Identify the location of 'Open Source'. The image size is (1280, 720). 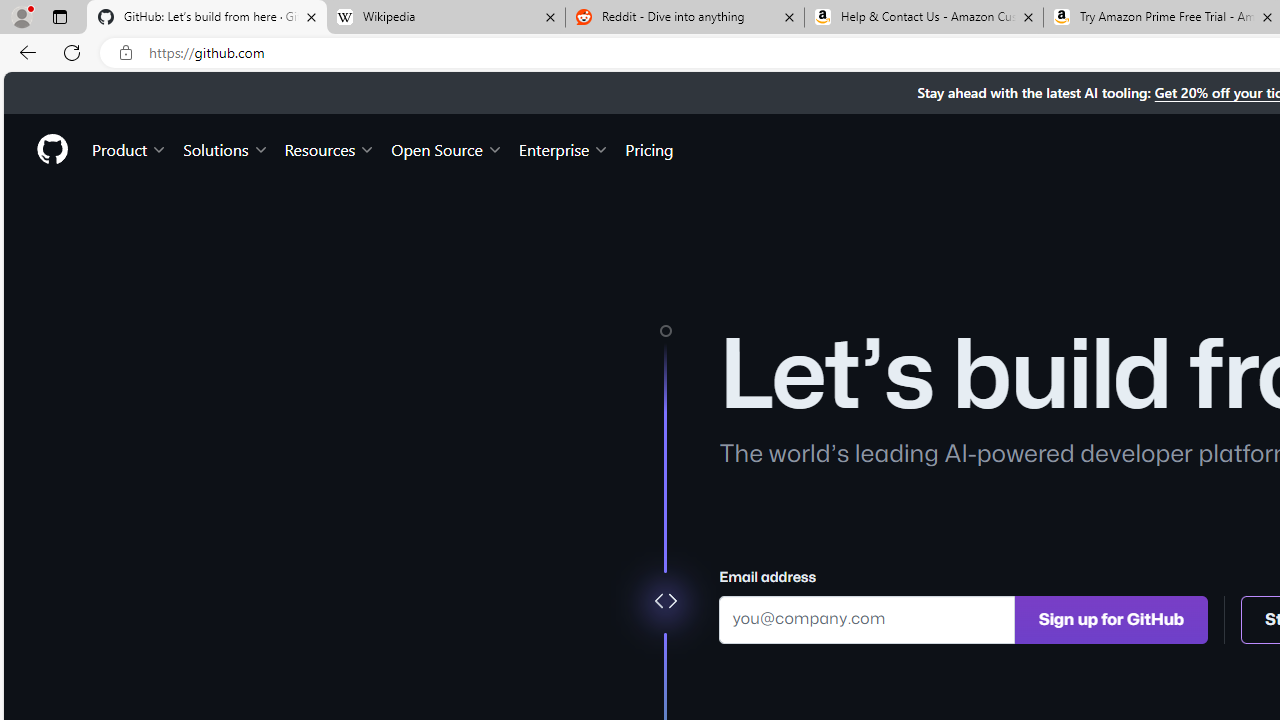
(445, 148).